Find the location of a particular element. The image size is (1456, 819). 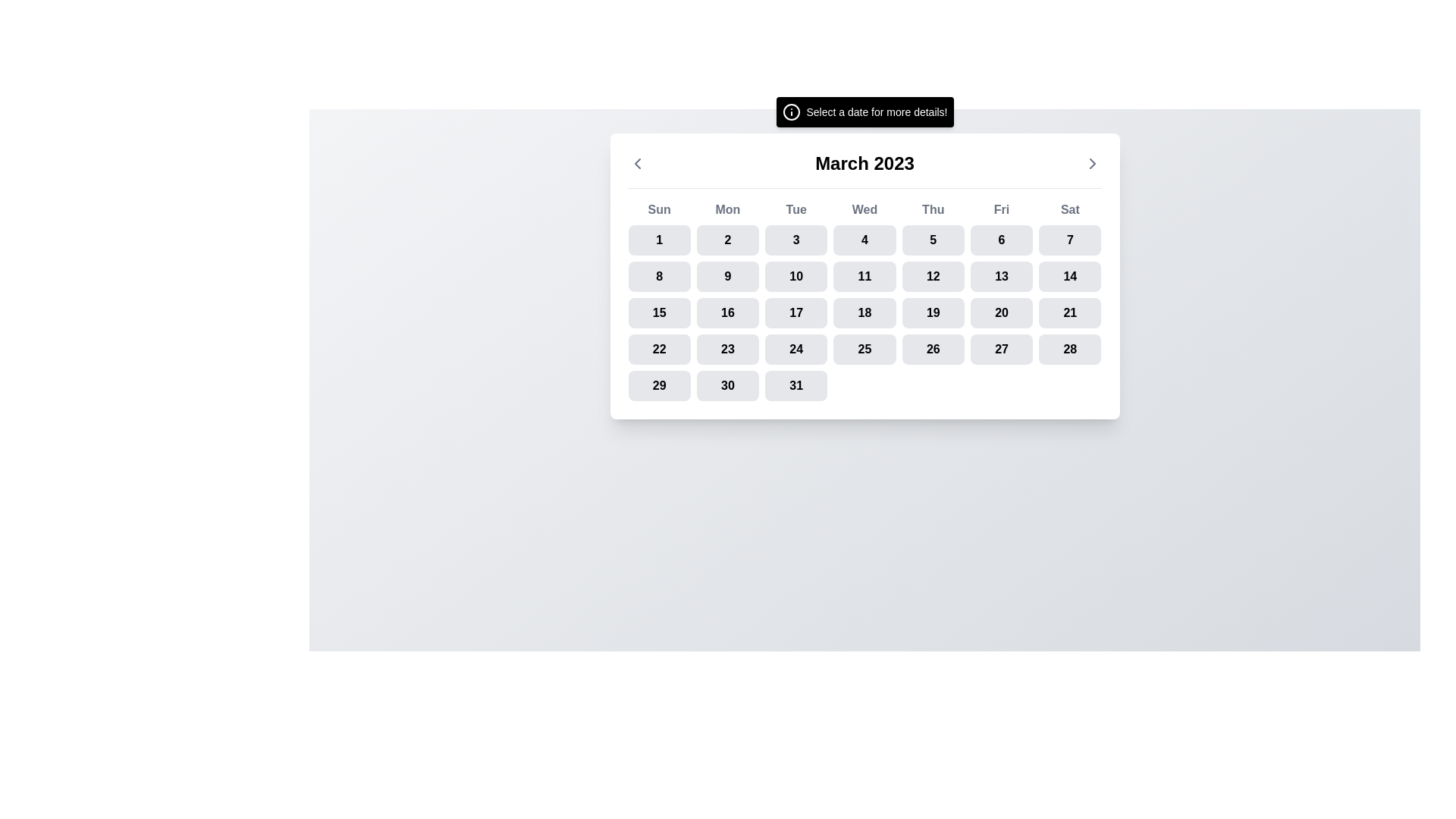

the rectangular button with rounded corners displaying the number '10' is located at coordinates (795, 277).